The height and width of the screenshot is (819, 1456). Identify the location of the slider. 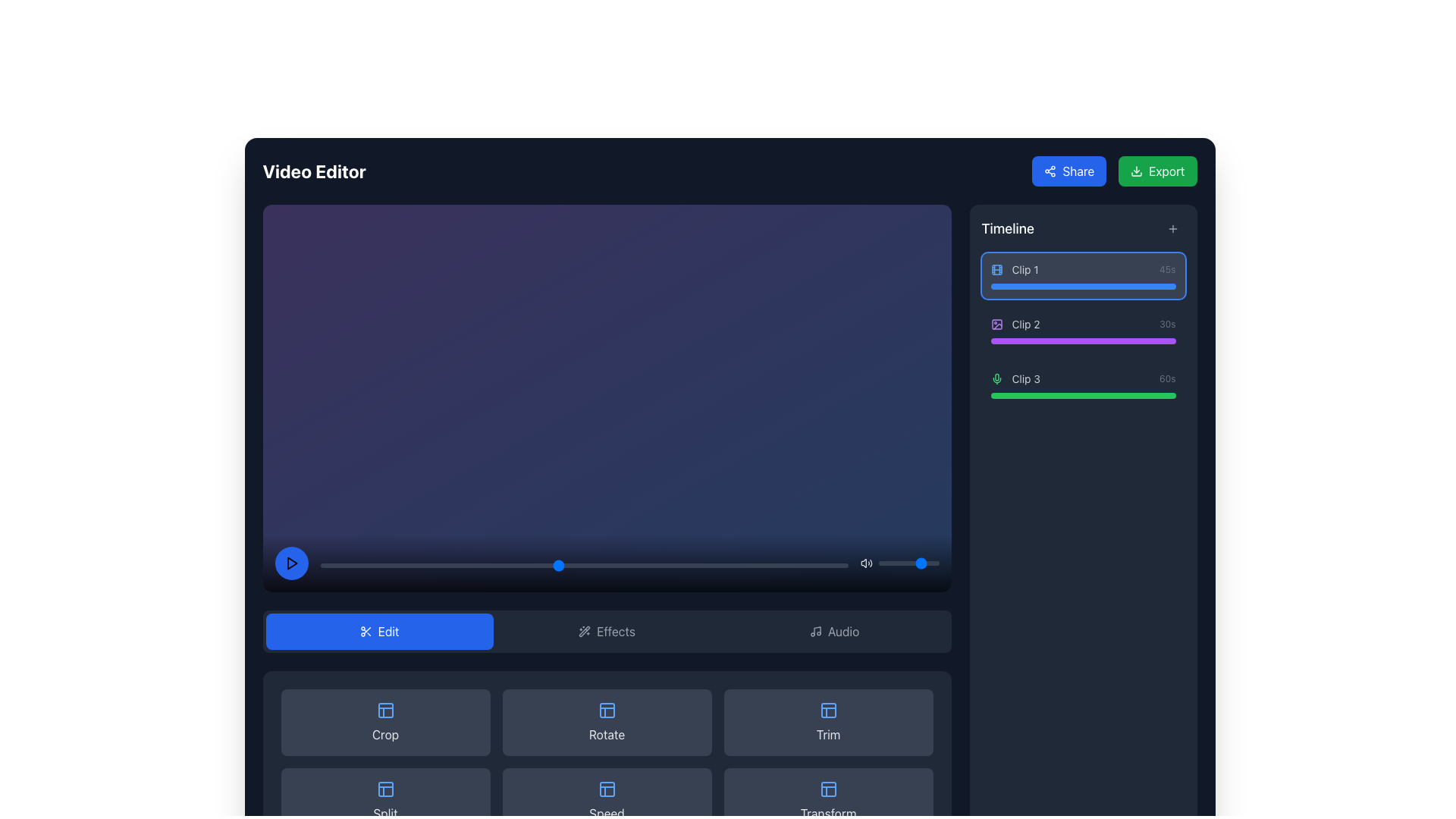
(902, 563).